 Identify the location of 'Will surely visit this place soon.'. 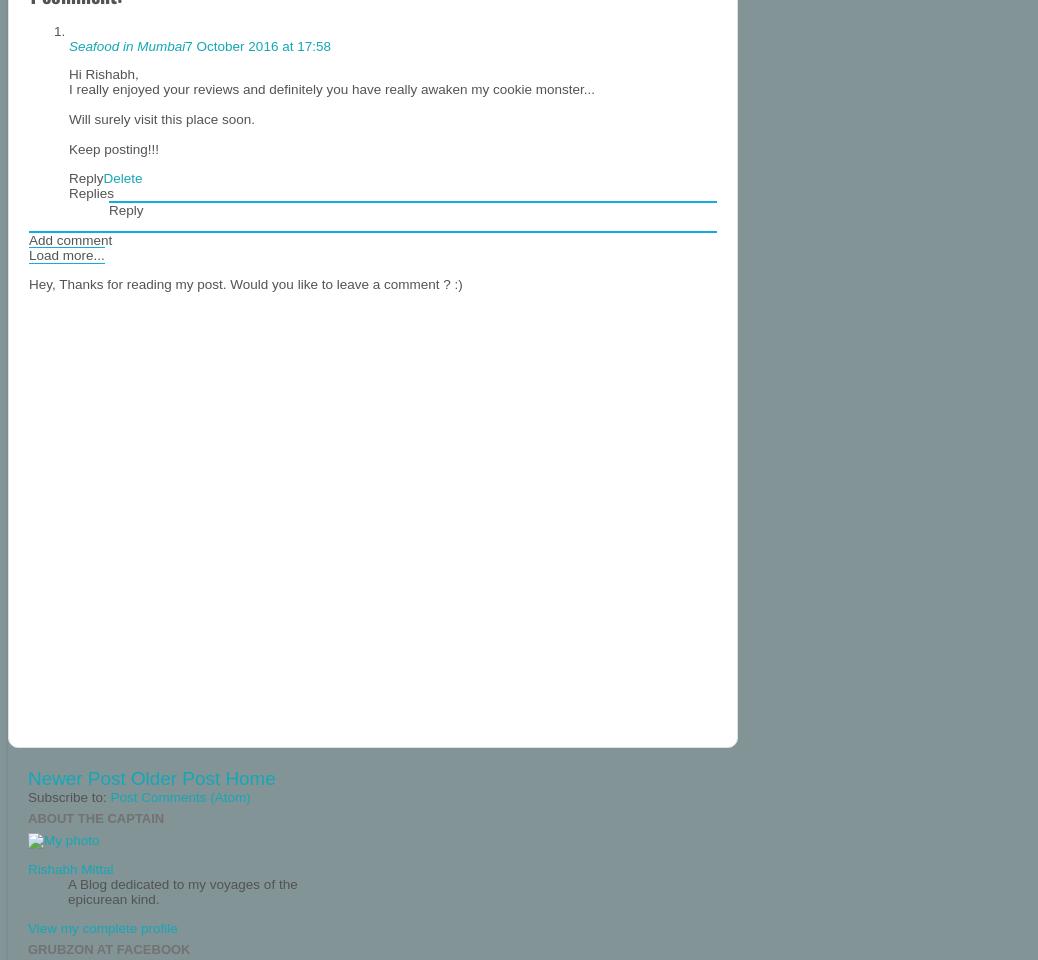
(161, 119).